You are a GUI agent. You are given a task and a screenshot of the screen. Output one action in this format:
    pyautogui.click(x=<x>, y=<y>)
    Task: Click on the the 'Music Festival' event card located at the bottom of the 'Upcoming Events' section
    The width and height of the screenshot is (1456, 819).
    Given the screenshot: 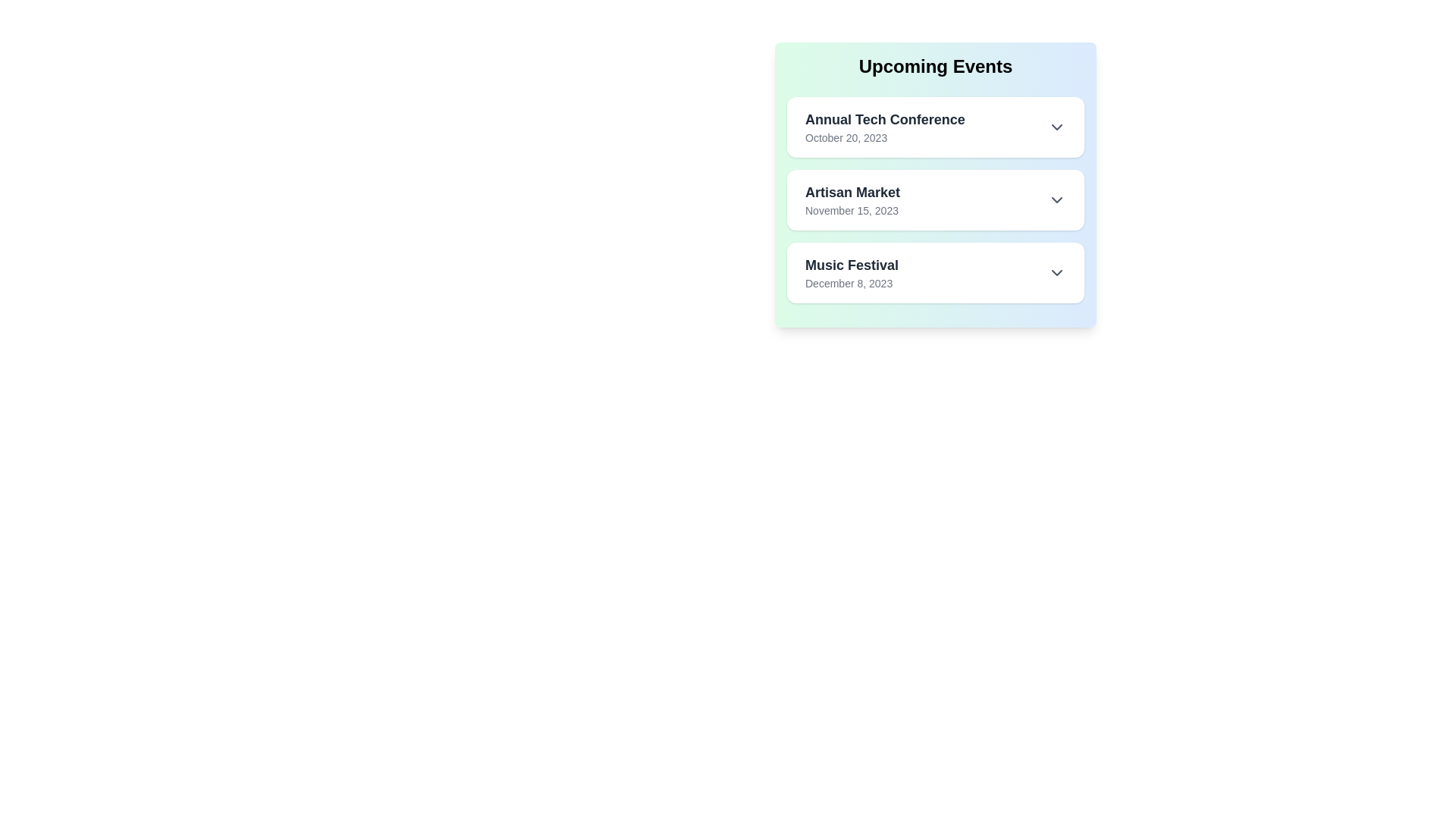 What is the action you would take?
    pyautogui.click(x=934, y=271)
    